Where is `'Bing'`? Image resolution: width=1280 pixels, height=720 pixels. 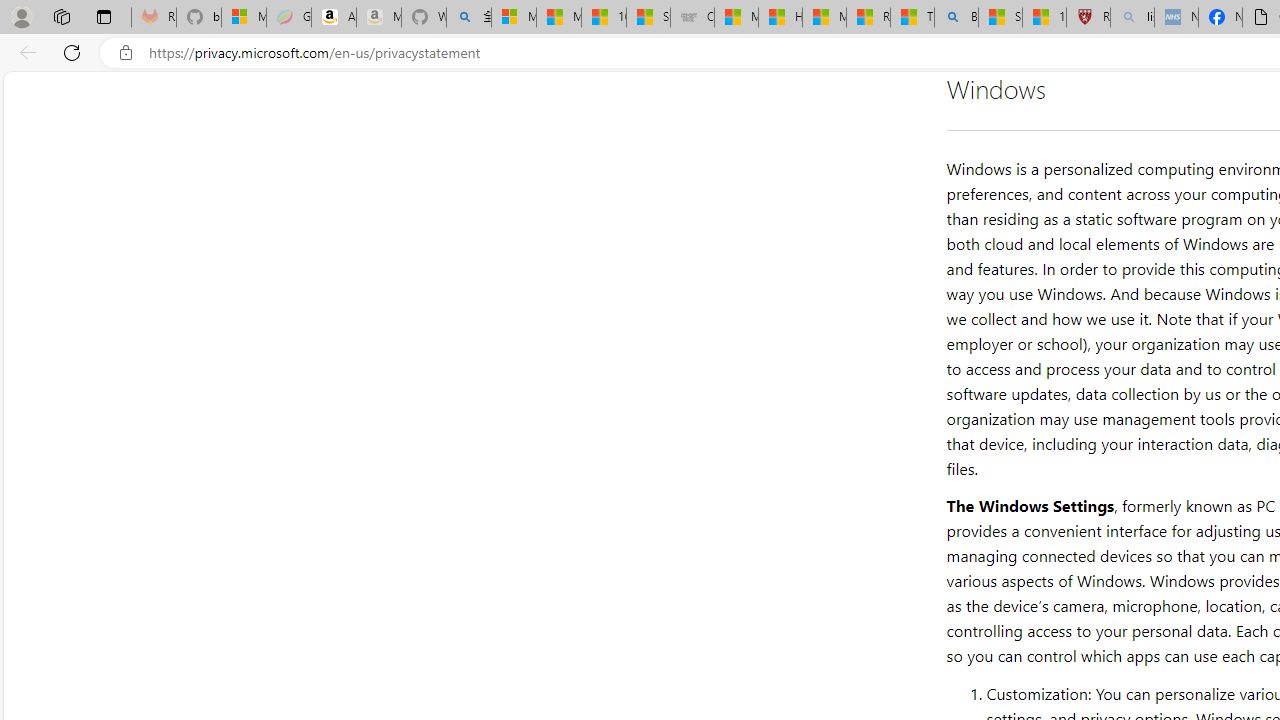 'Bing' is located at coordinates (955, 17).